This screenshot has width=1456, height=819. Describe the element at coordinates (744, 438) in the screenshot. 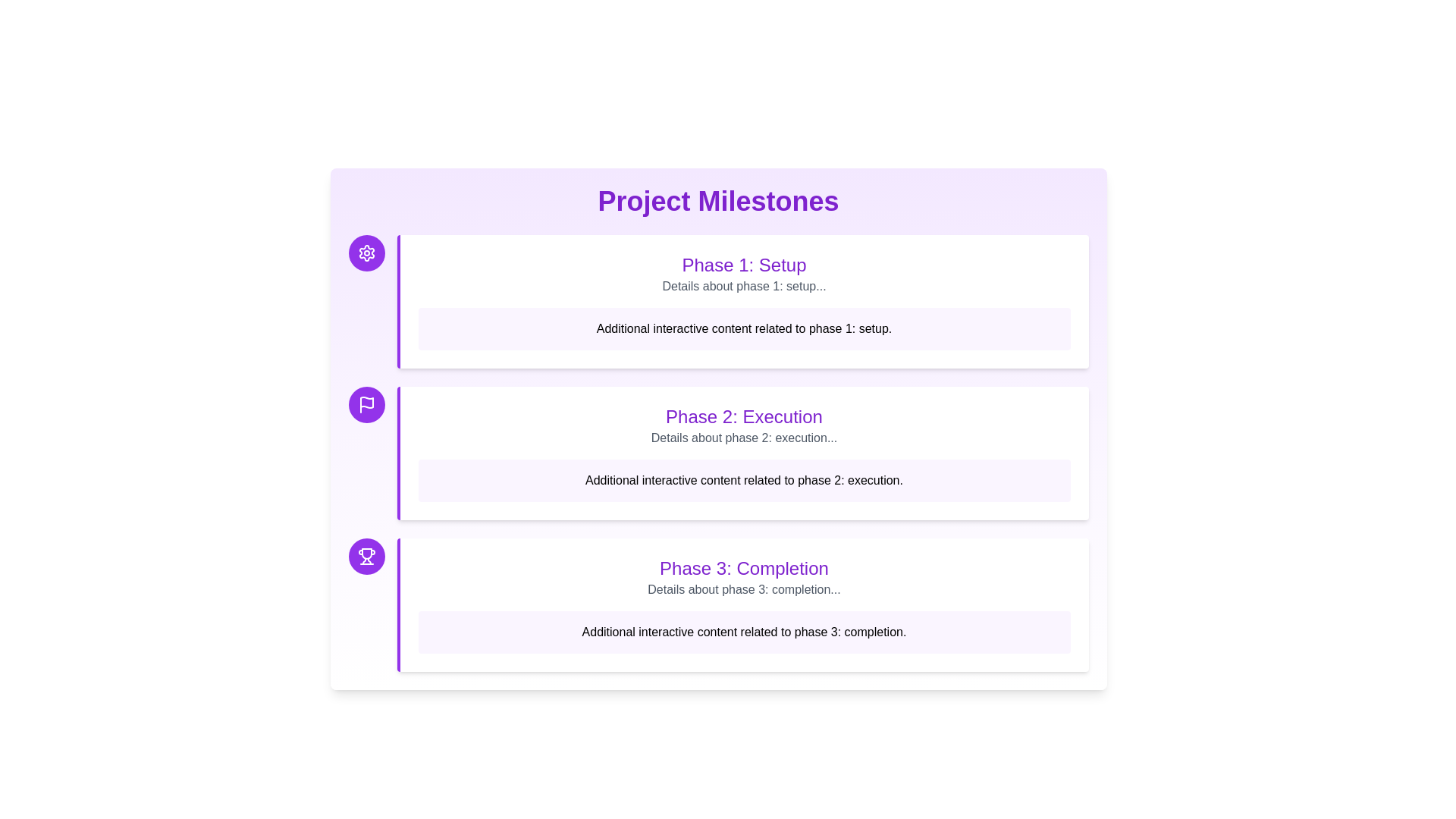

I see `static text element stating 'Details about phase 2: execution...' located under the heading 'Phase 2: Execution'` at that location.